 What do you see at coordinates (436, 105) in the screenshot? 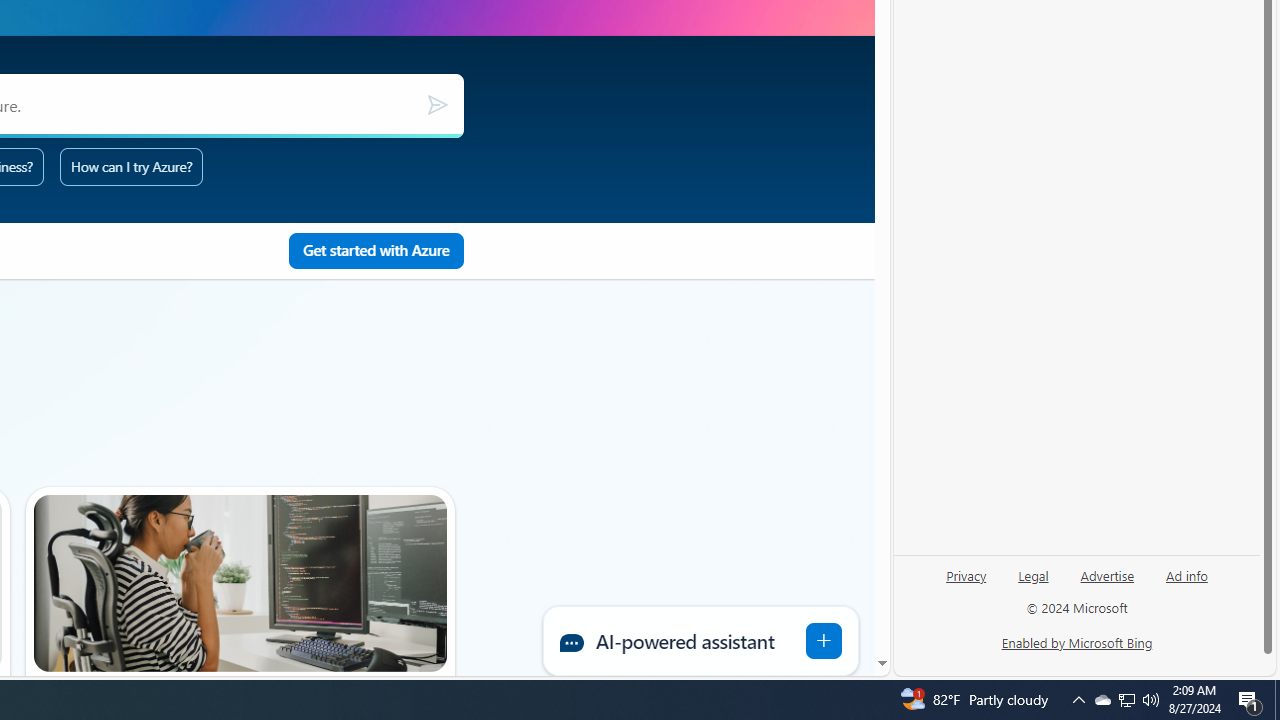
I see `'Submit'` at bounding box center [436, 105].